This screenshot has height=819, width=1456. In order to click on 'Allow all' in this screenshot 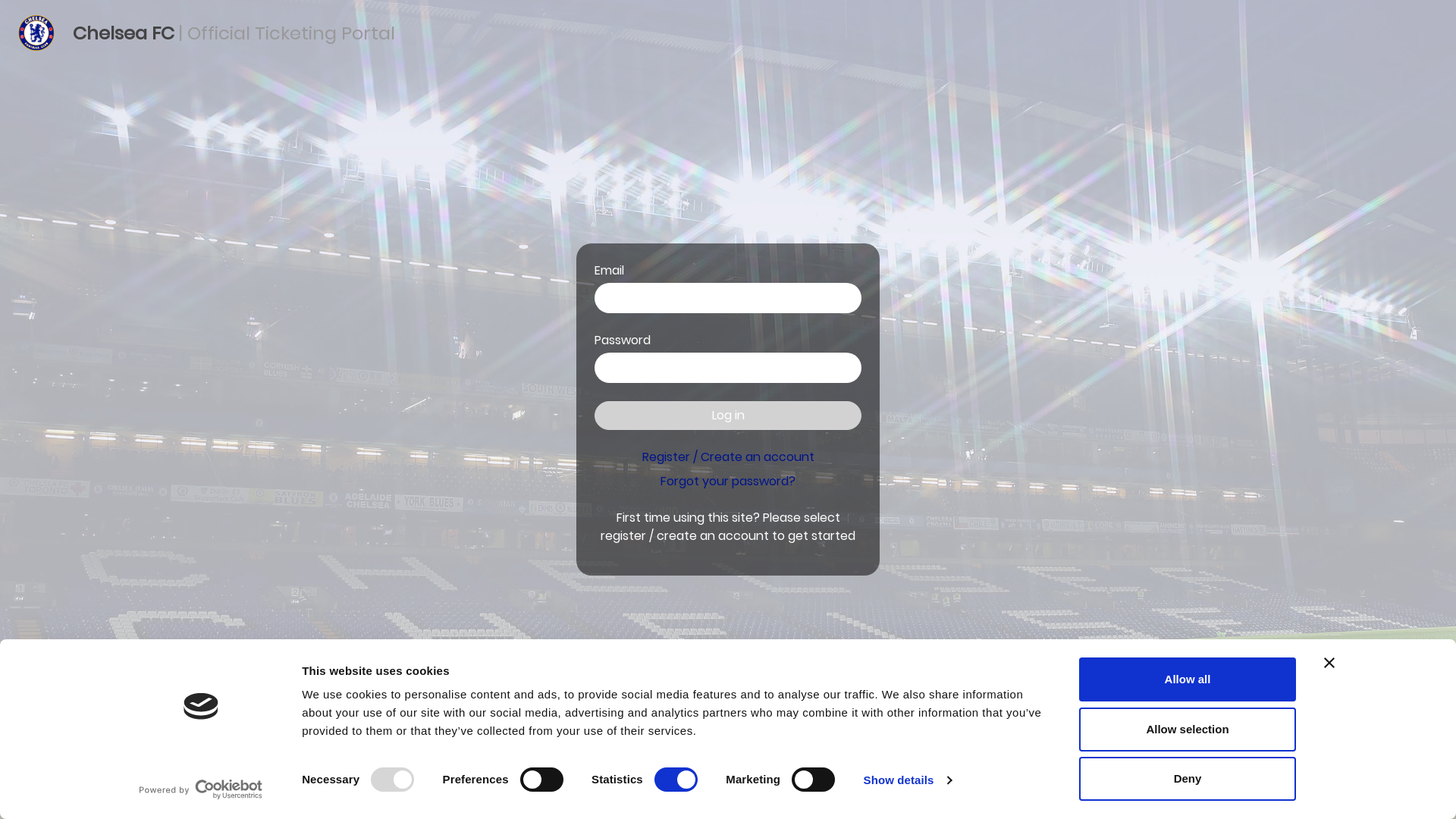, I will do `click(1186, 678)`.